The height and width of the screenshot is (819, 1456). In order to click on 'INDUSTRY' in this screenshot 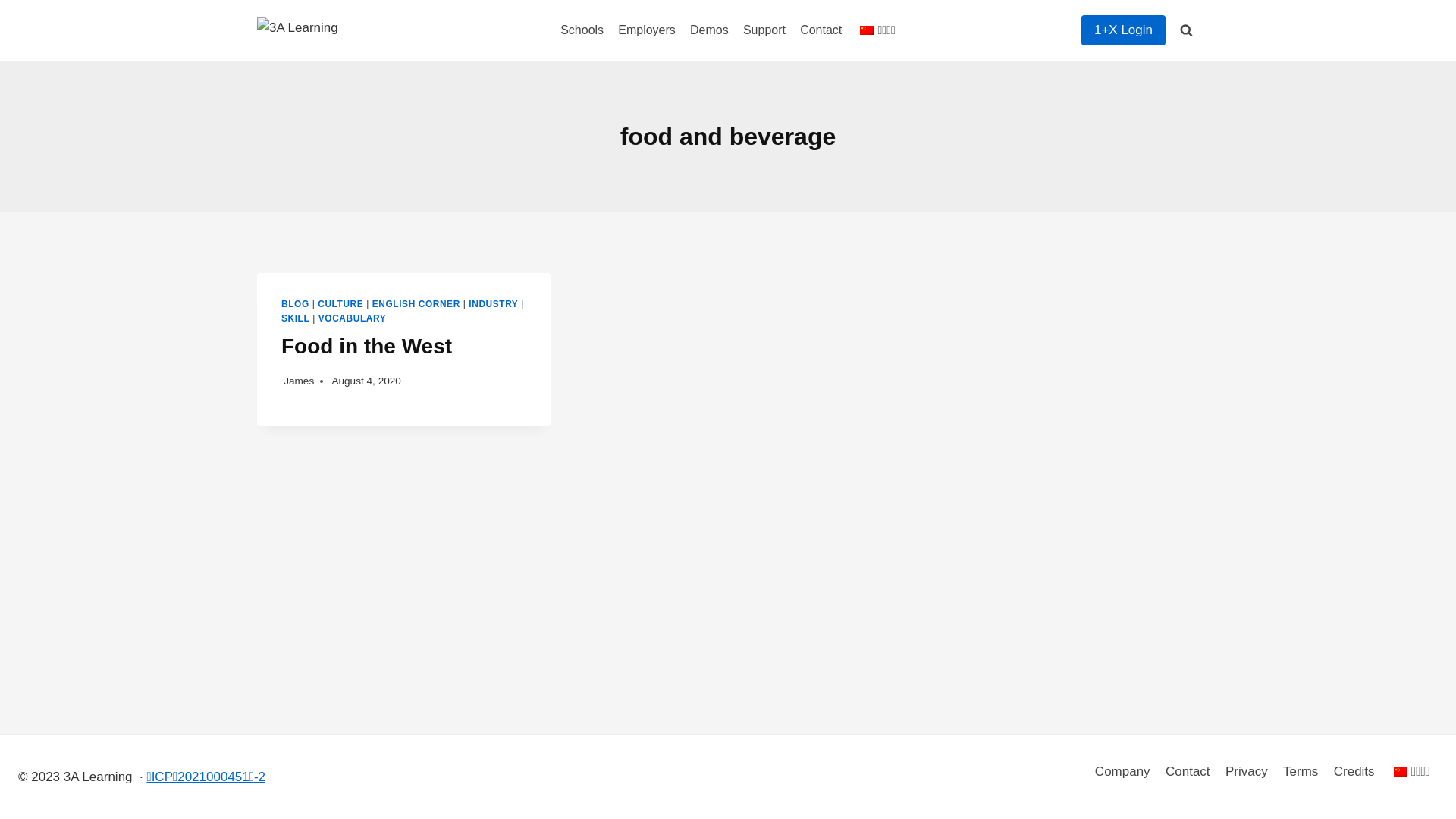, I will do `click(493, 304)`.